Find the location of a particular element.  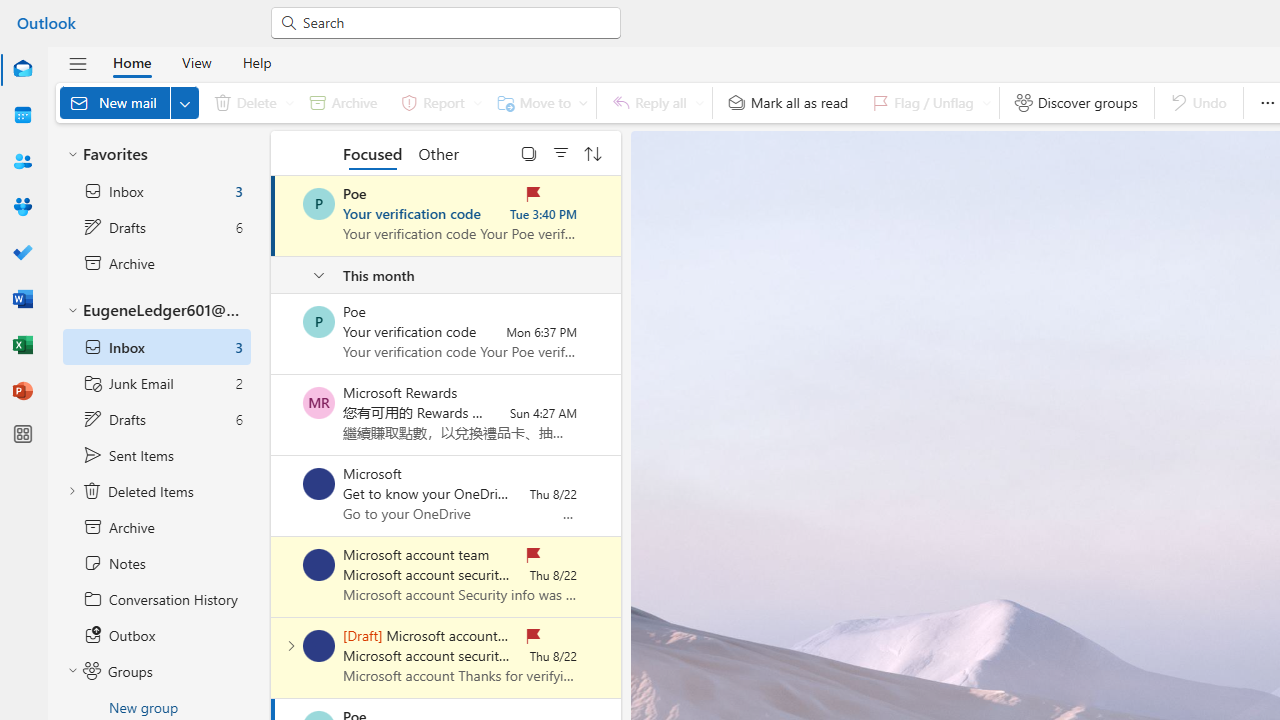

'Focused' is located at coordinates (373, 152).